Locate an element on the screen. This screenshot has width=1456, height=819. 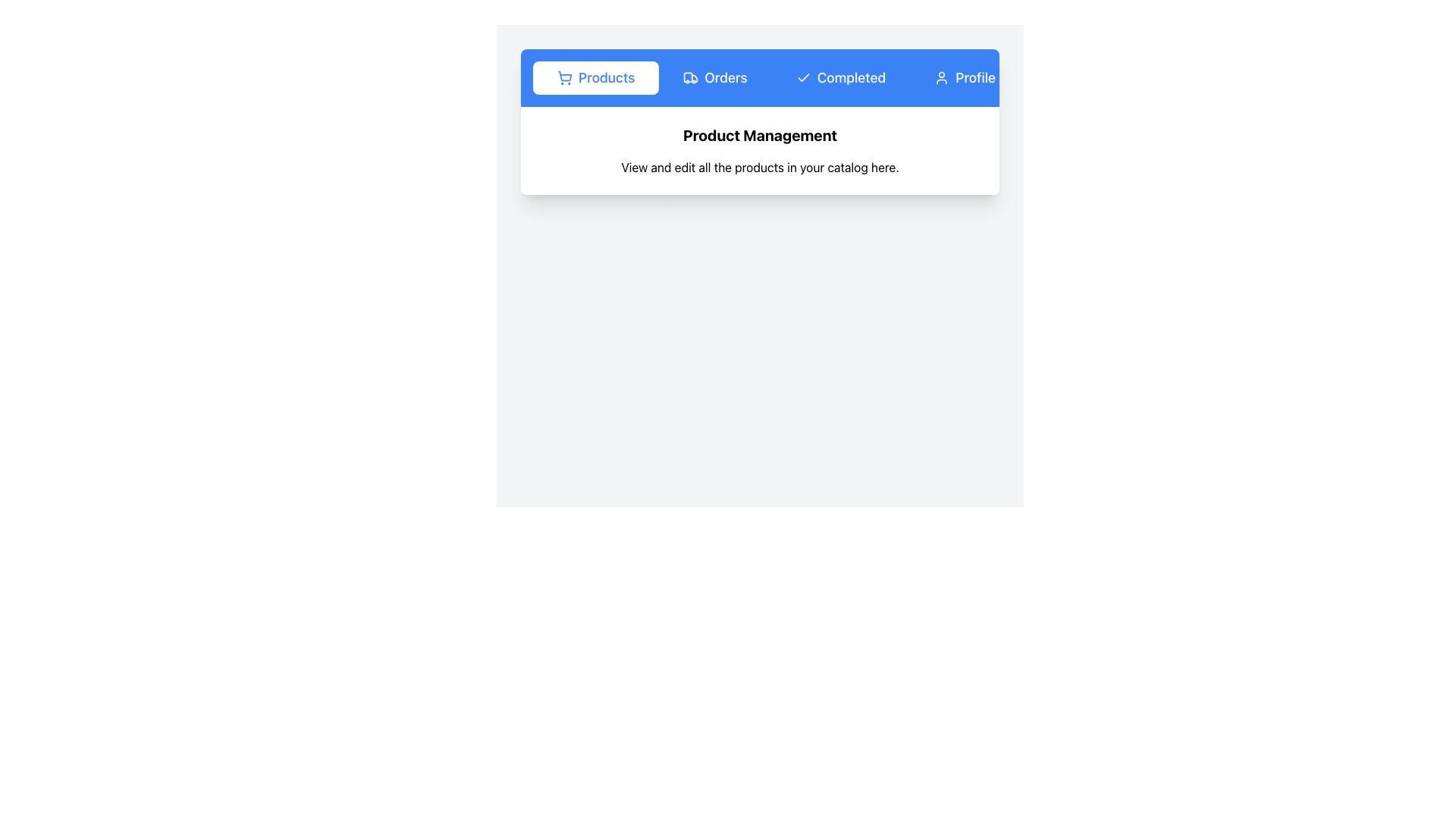
the second button in the navigation bar is located at coordinates (714, 78).